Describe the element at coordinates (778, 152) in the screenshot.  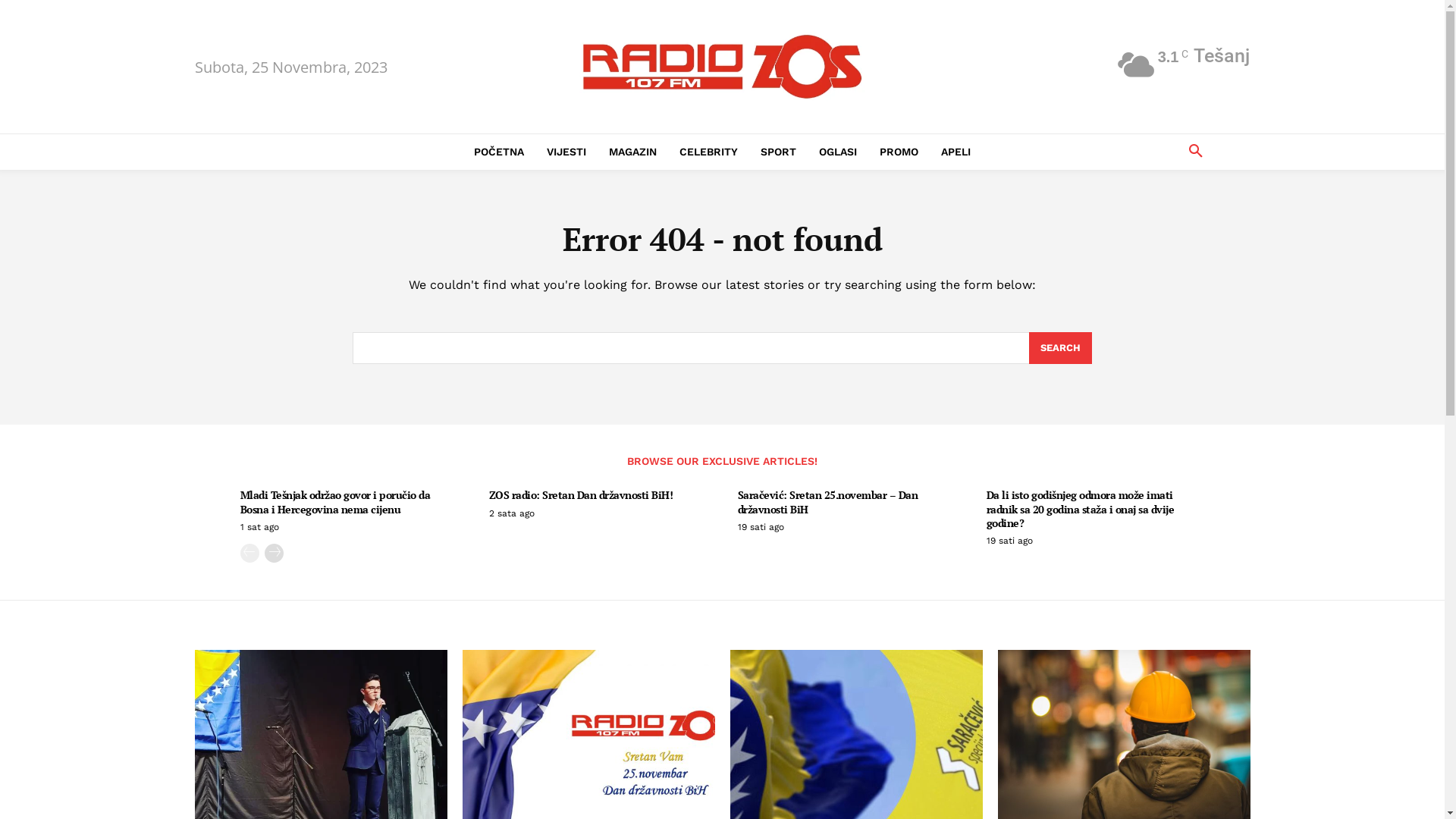
I see `'SPORT'` at that location.